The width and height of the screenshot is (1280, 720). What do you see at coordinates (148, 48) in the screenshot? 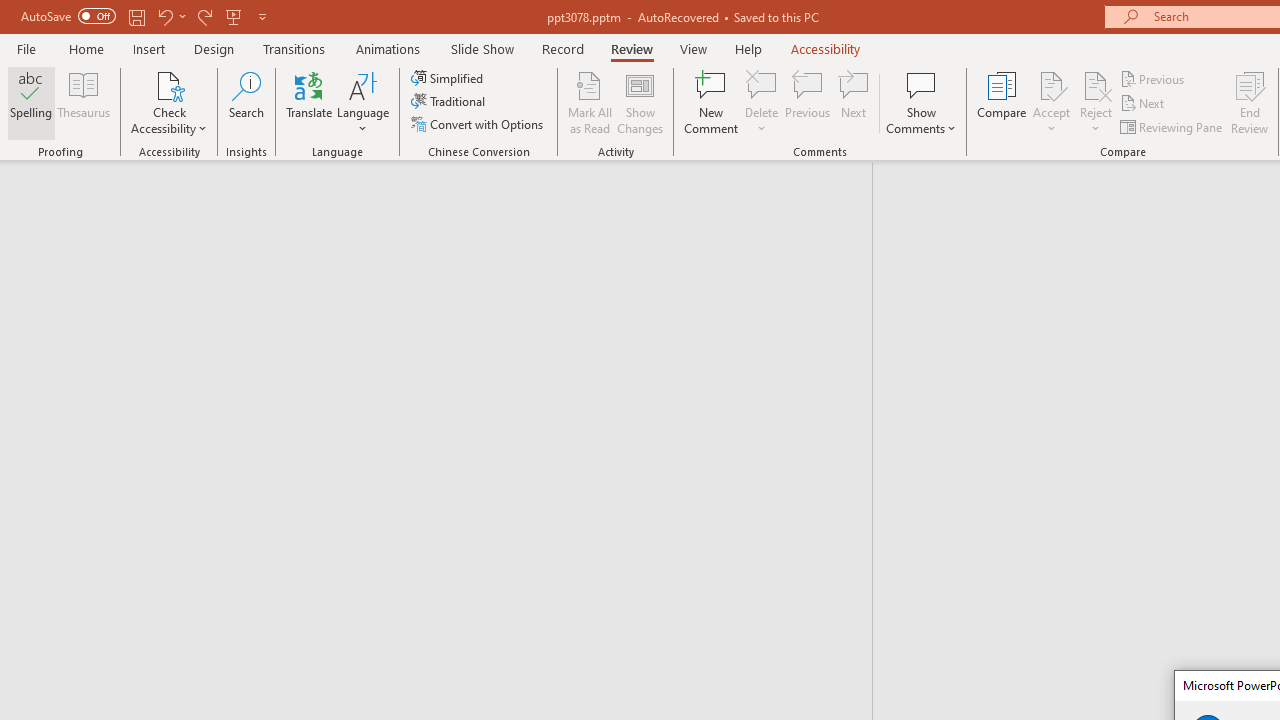
I see `'Insert'` at bounding box center [148, 48].